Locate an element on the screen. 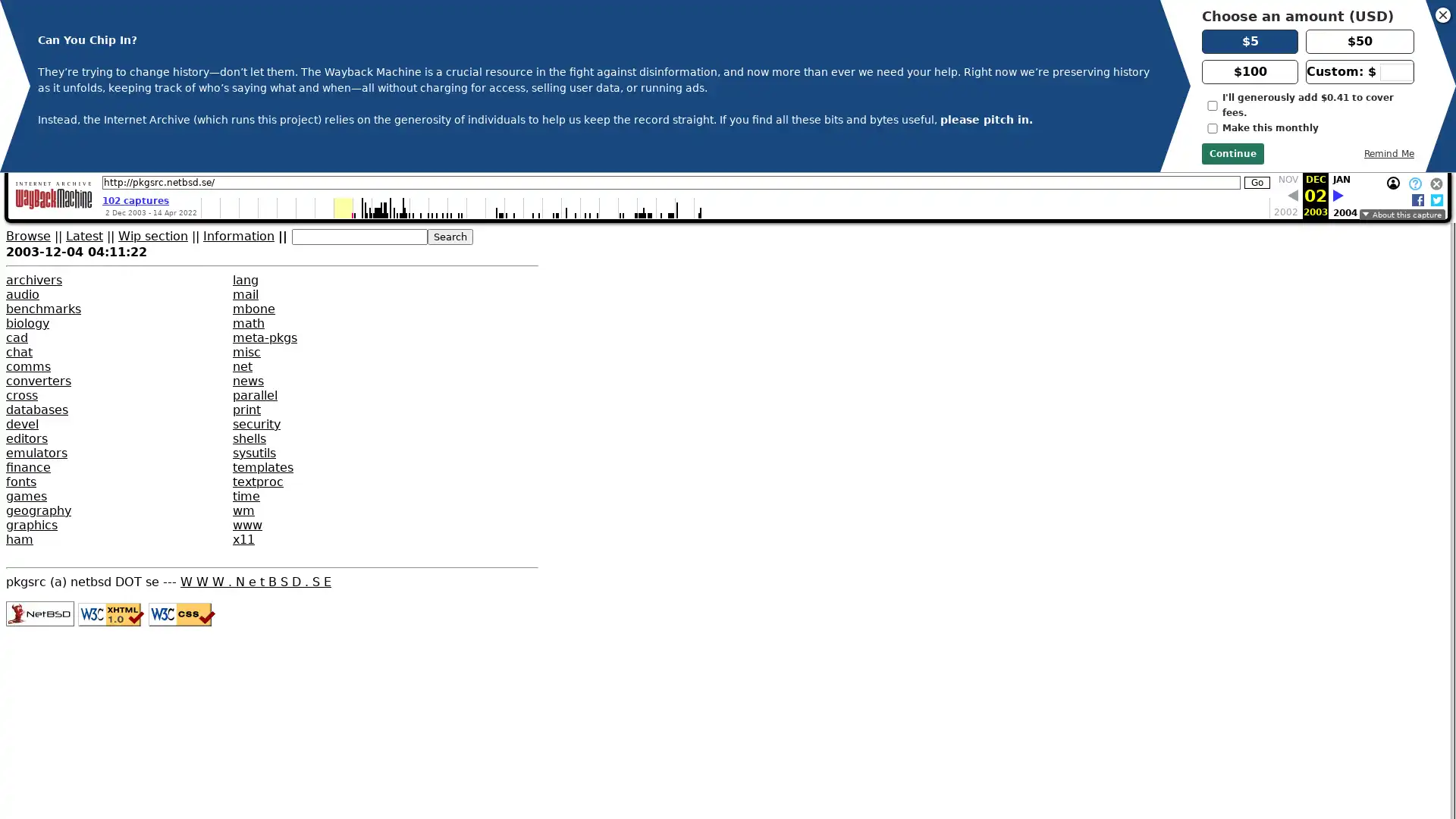  Go is located at coordinates (1257, 181).